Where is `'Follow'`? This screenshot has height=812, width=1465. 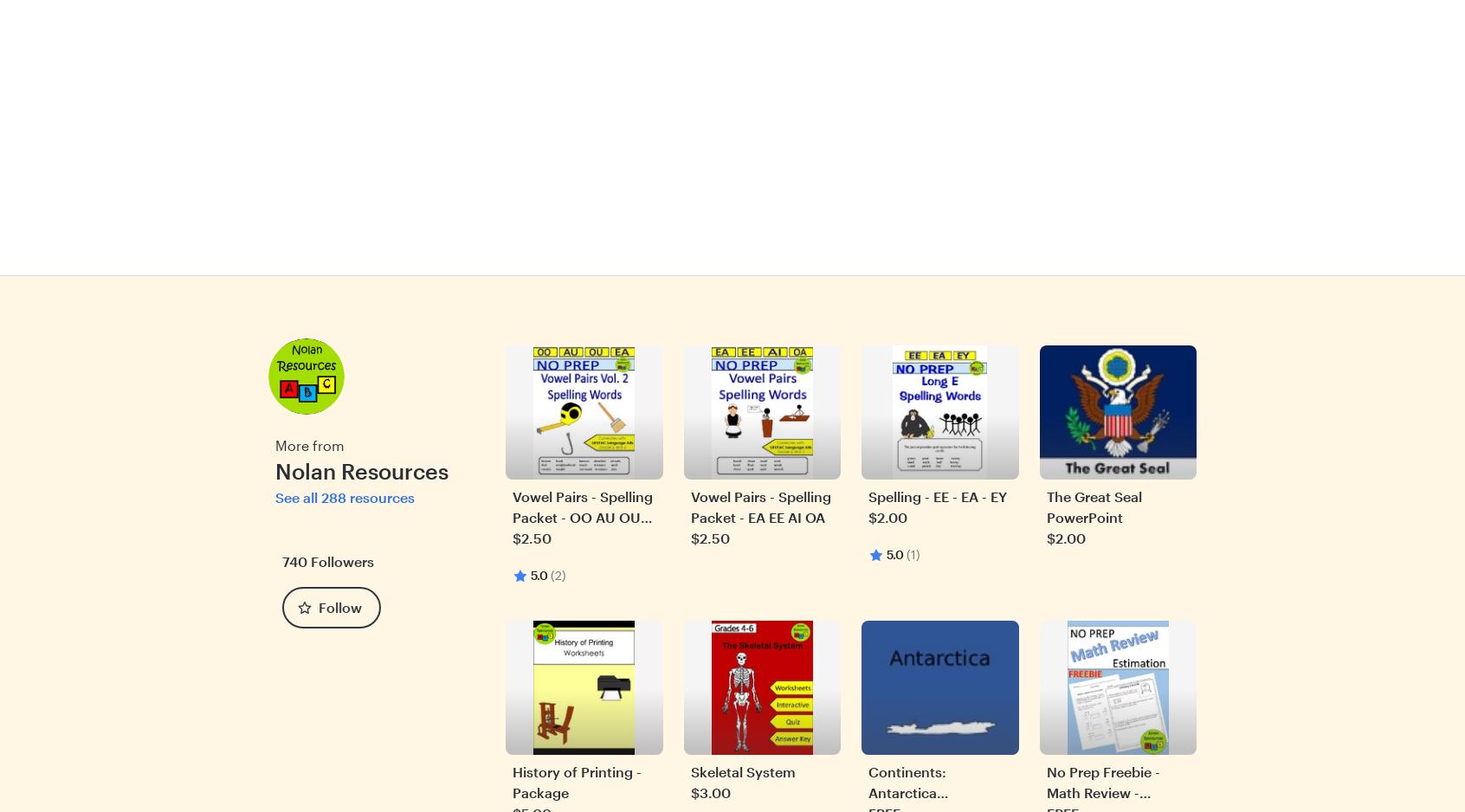
'Follow' is located at coordinates (340, 606).